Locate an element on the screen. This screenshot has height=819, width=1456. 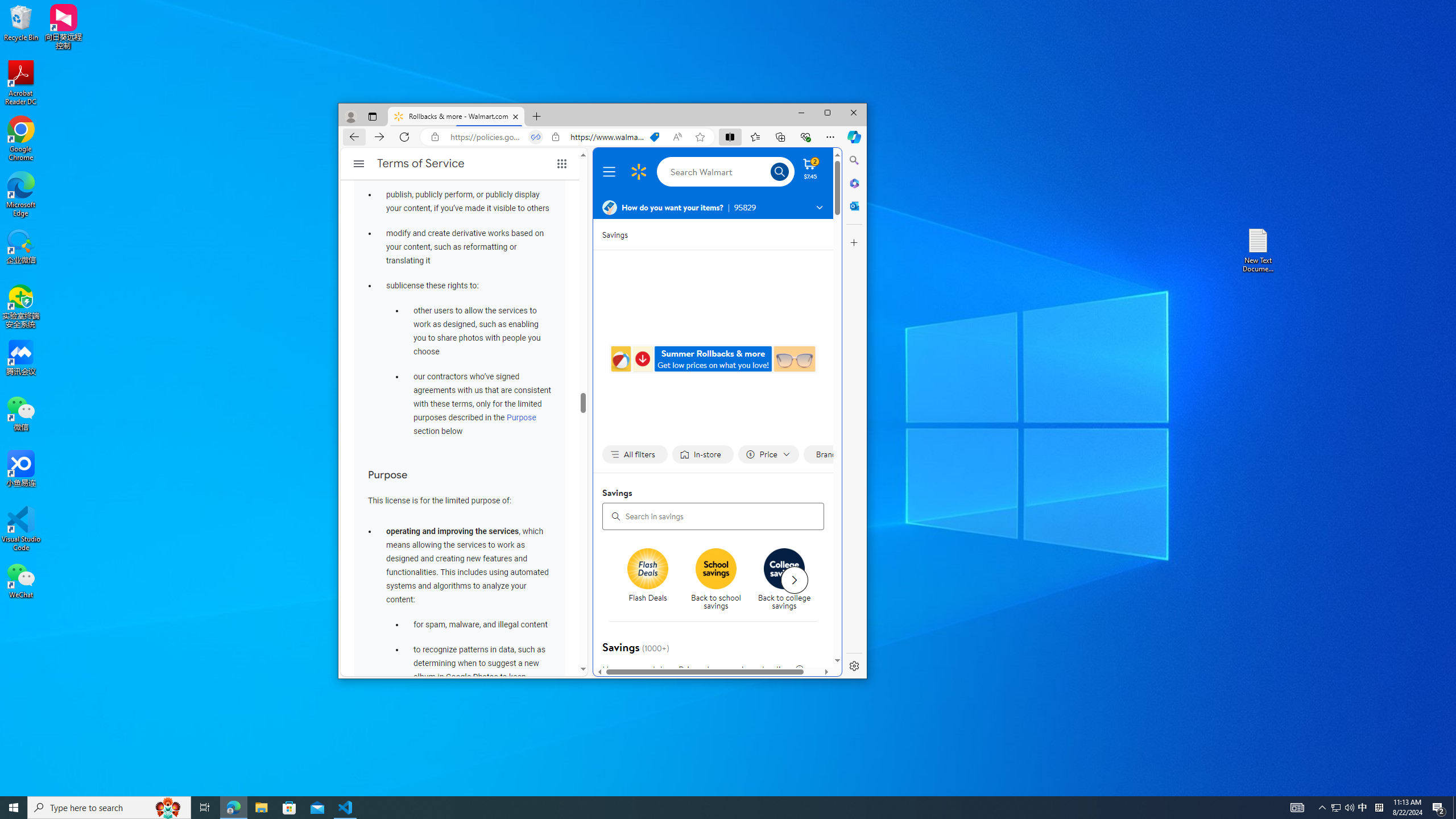
'Microsoft Edge' is located at coordinates (20, 194).